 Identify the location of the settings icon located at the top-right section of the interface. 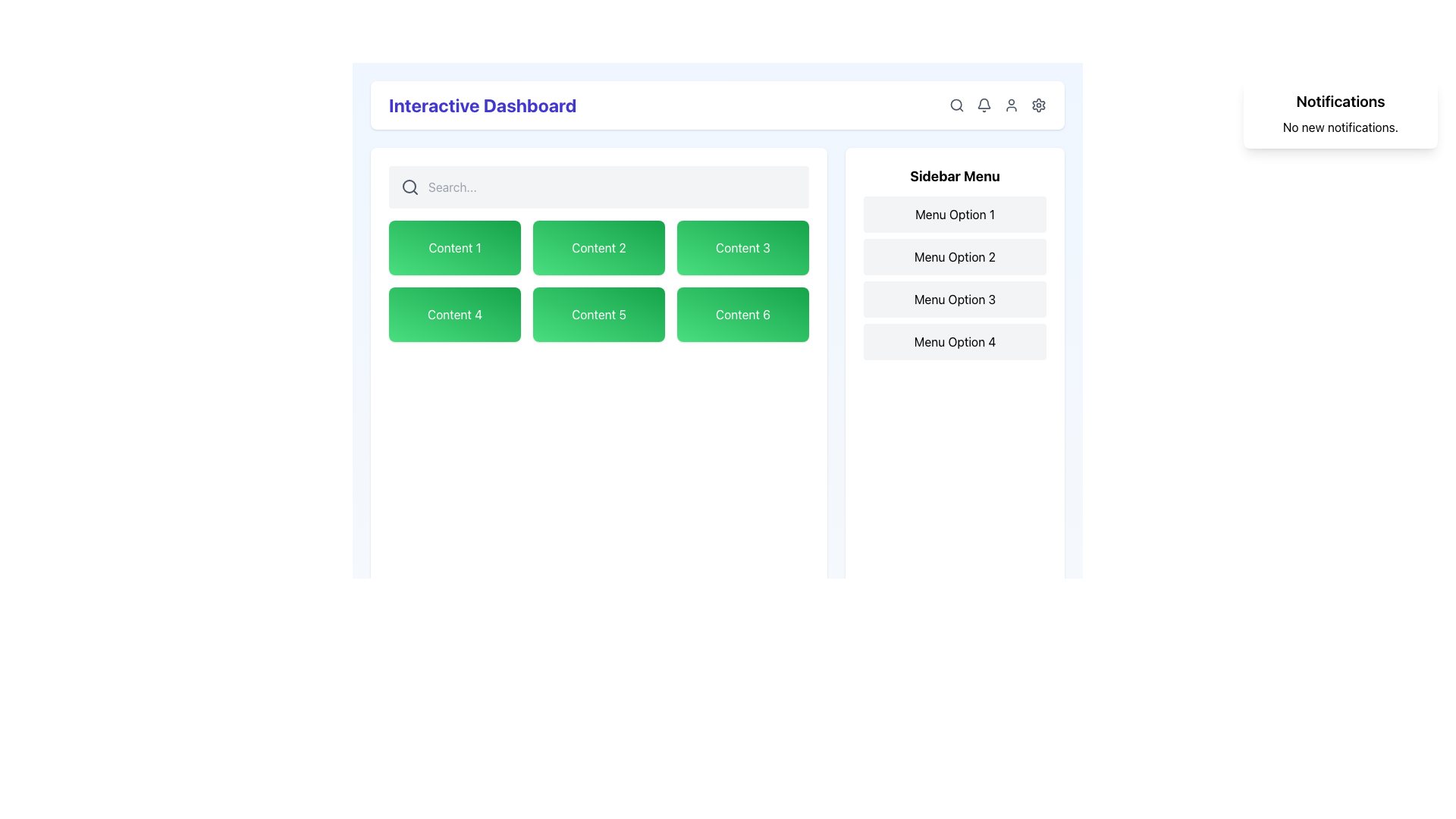
(1037, 104).